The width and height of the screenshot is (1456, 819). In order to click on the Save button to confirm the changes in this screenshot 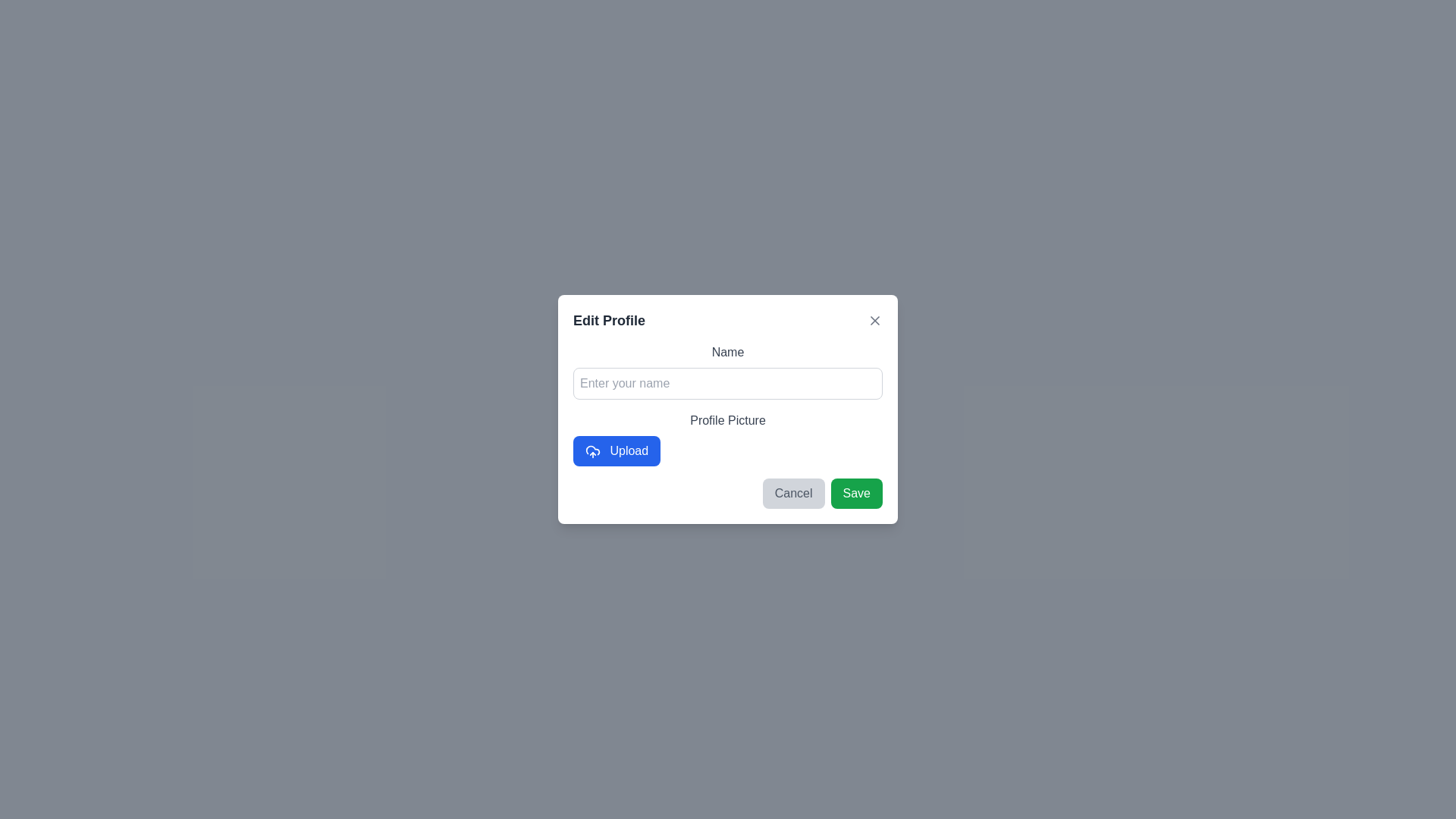, I will do `click(855, 494)`.